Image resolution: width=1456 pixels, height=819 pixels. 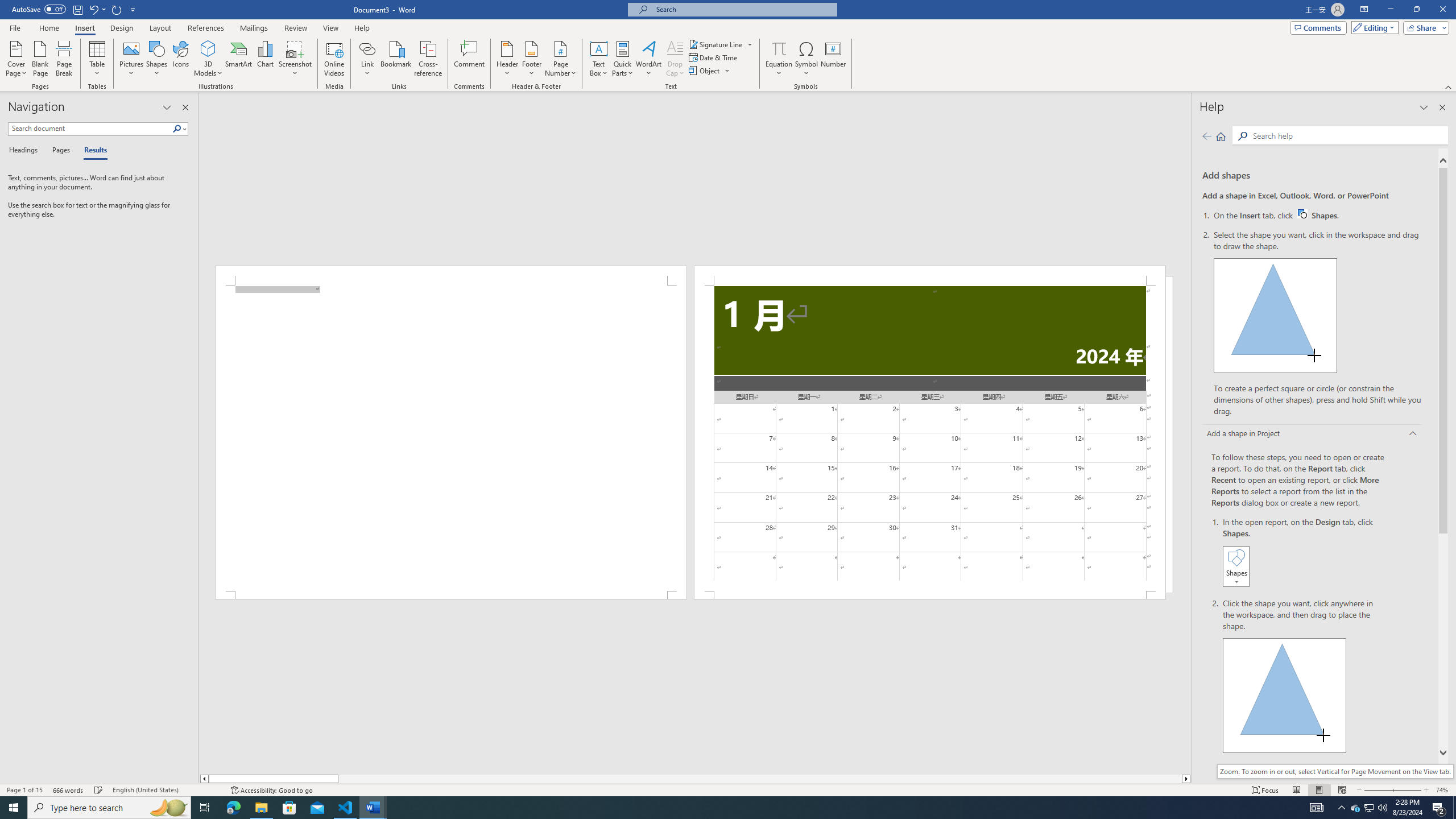 What do you see at coordinates (97, 59) in the screenshot?
I see `'Table'` at bounding box center [97, 59].